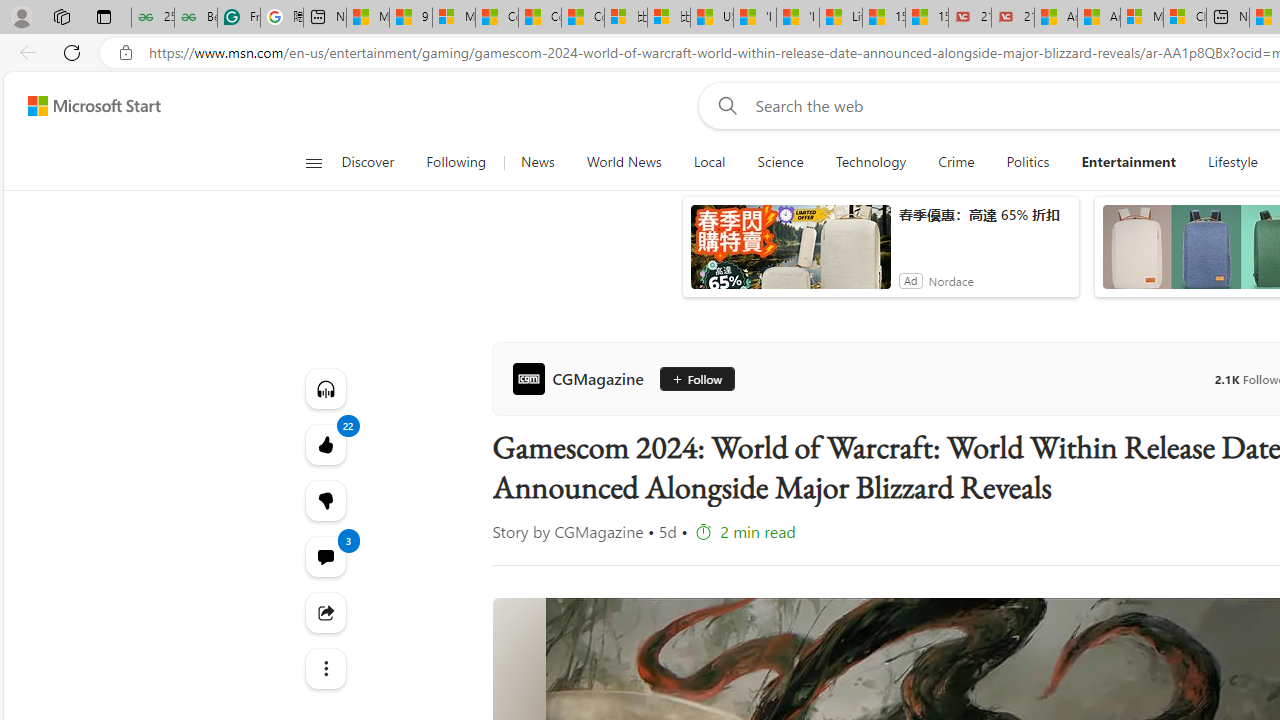 The width and height of the screenshot is (1280, 720). What do you see at coordinates (196, 17) in the screenshot?
I see `'Best SSL Certificates Provider in India - GeeksforGeeks'` at bounding box center [196, 17].